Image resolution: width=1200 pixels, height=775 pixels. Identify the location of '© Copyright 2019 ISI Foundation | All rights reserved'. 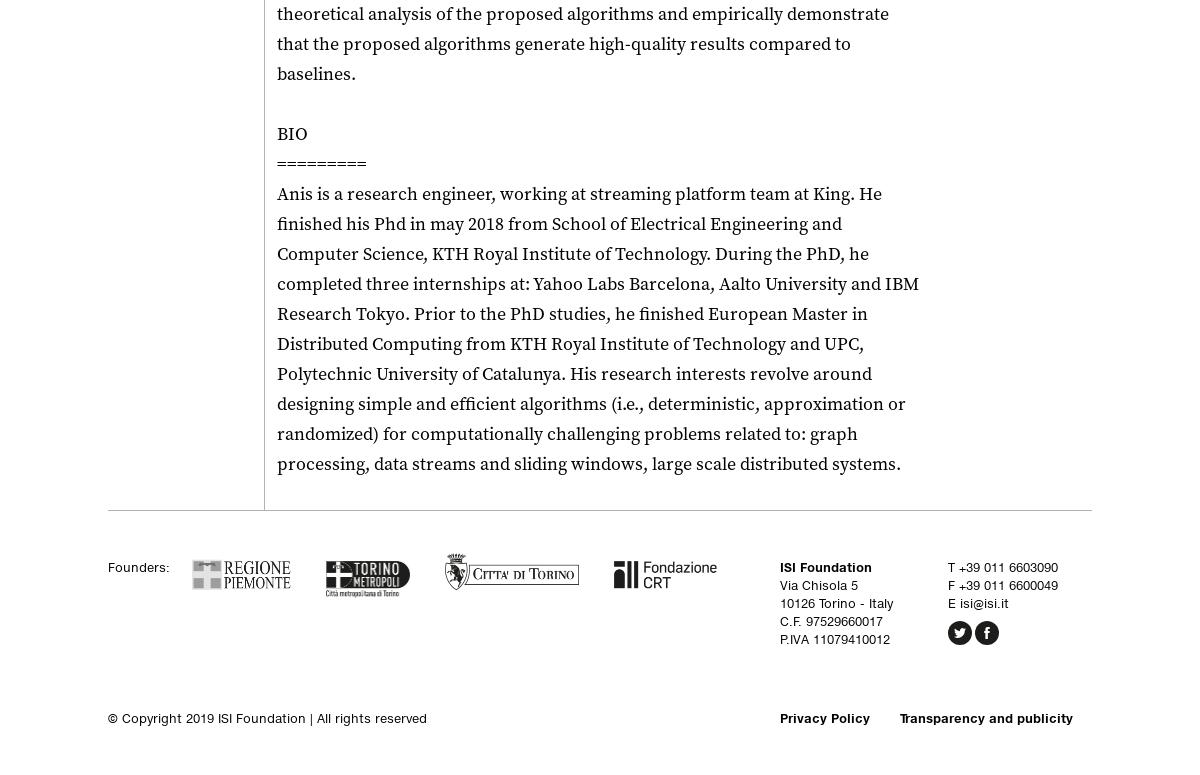
(266, 718).